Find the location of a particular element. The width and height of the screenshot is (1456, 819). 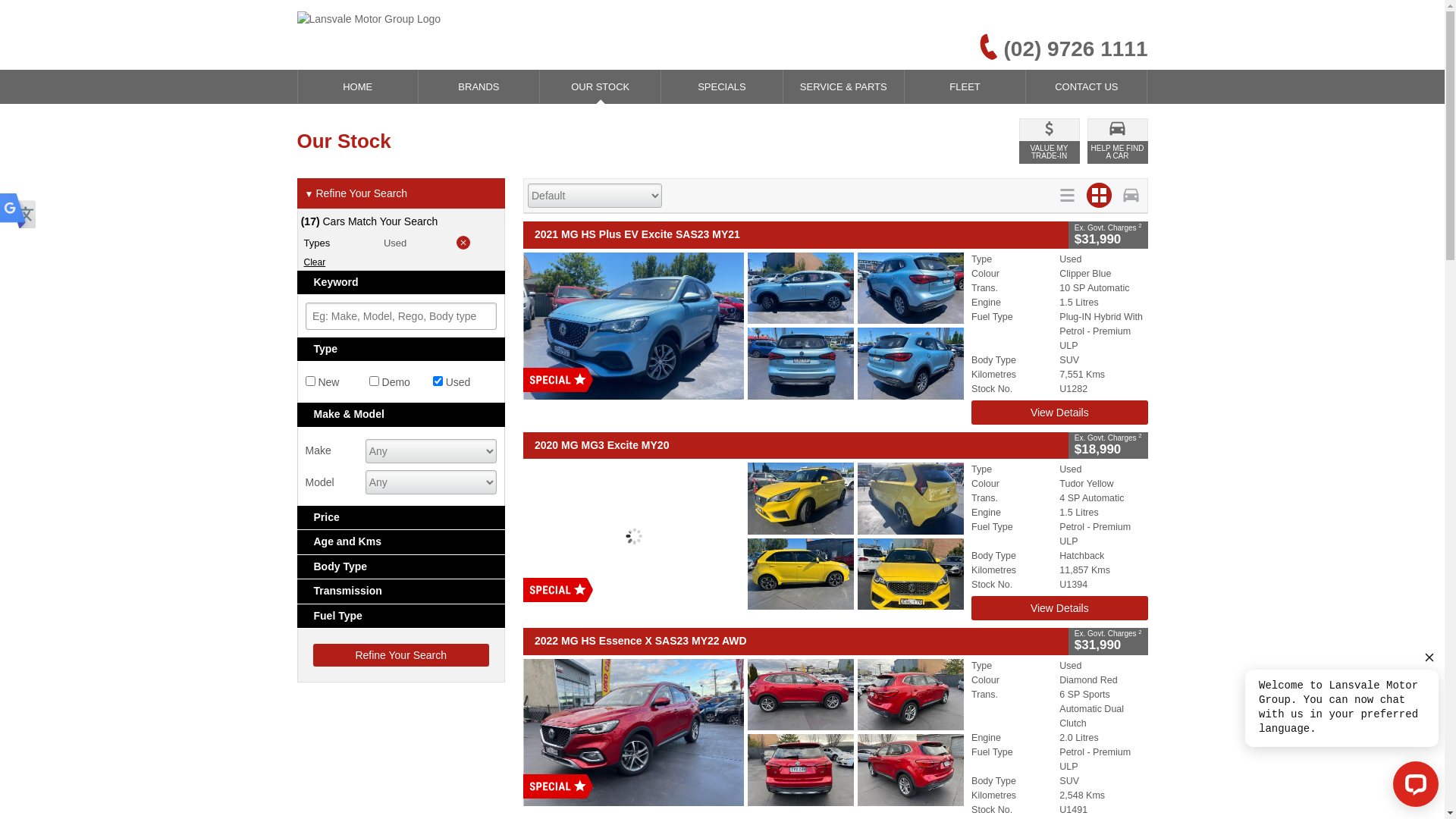

'Transmission' is located at coordinates (401, 590).